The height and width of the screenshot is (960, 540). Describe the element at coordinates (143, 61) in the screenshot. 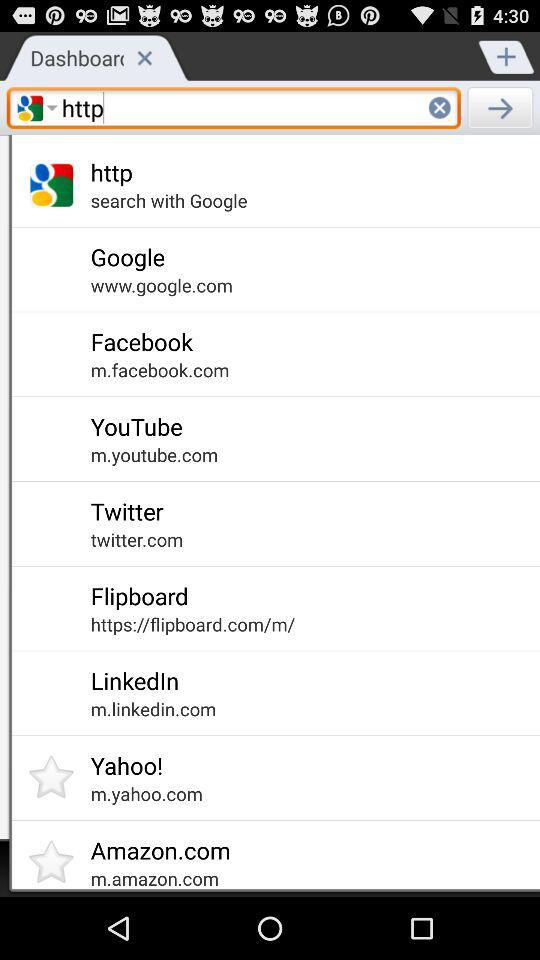

I see `the close icon` at that location.